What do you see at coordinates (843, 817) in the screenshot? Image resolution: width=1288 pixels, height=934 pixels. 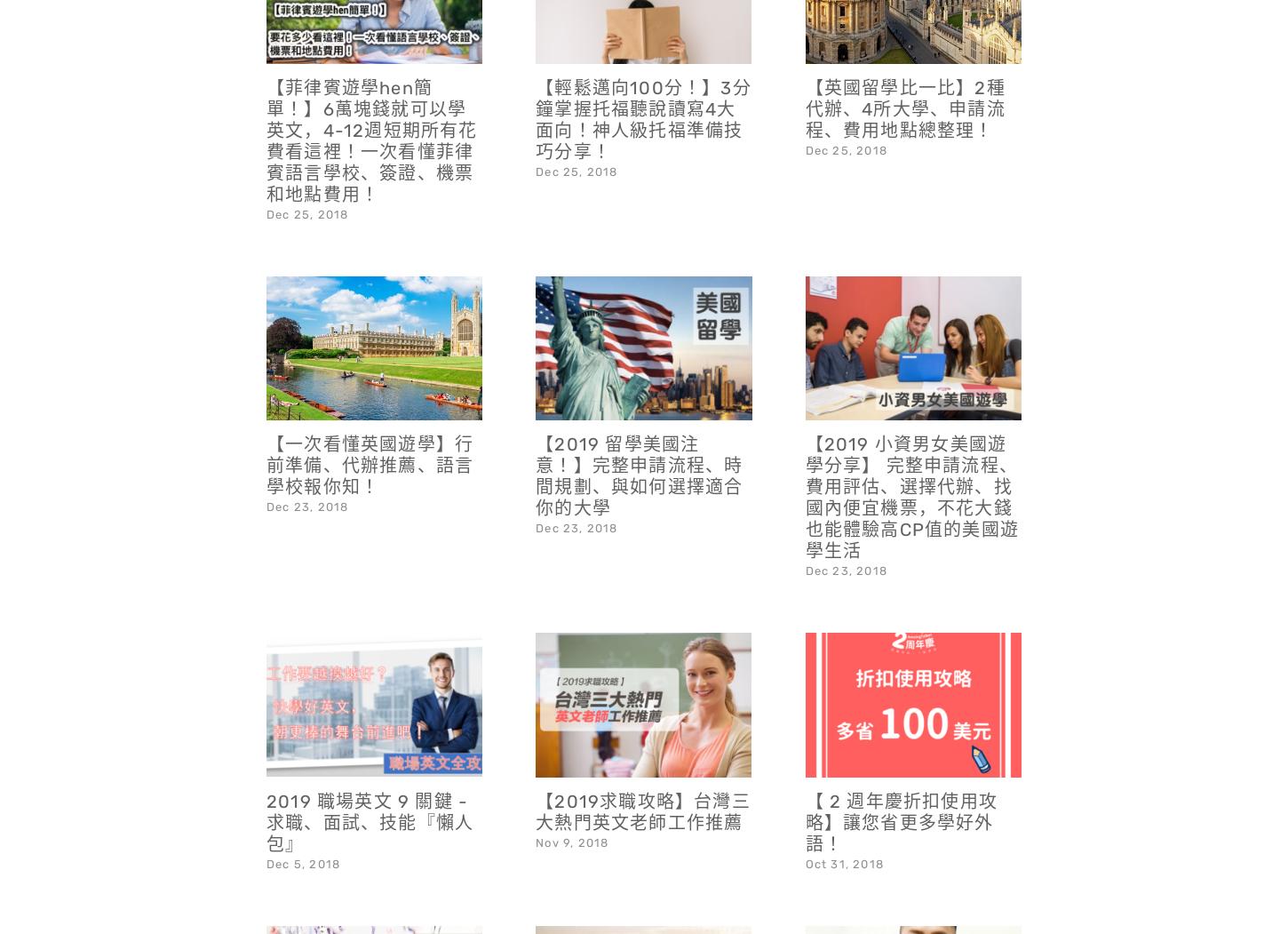 I see `'Oct 31, 2018'` at bounding box center [843, 817].